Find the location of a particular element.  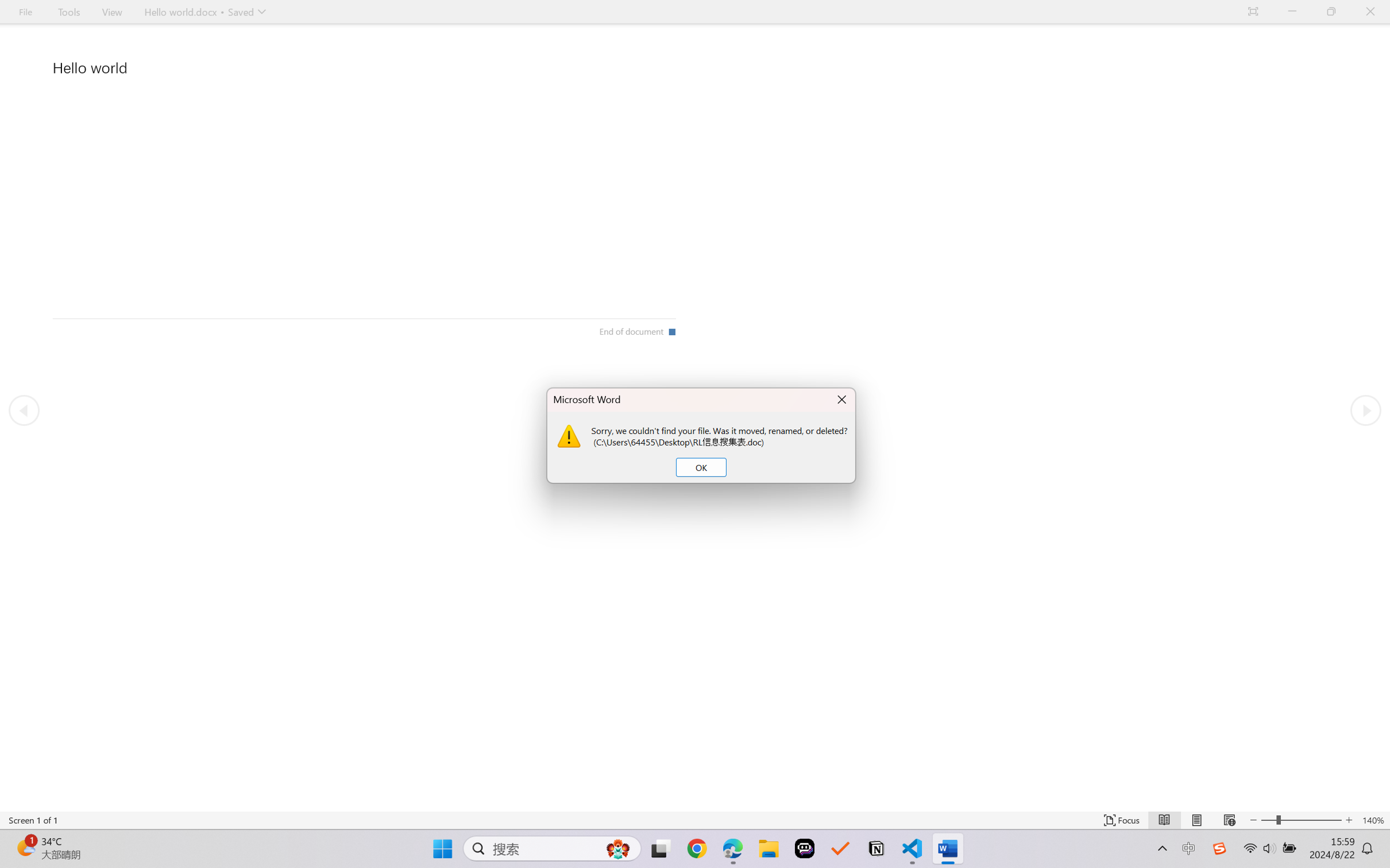

'File Tab' is located at coordinates (25, 11).